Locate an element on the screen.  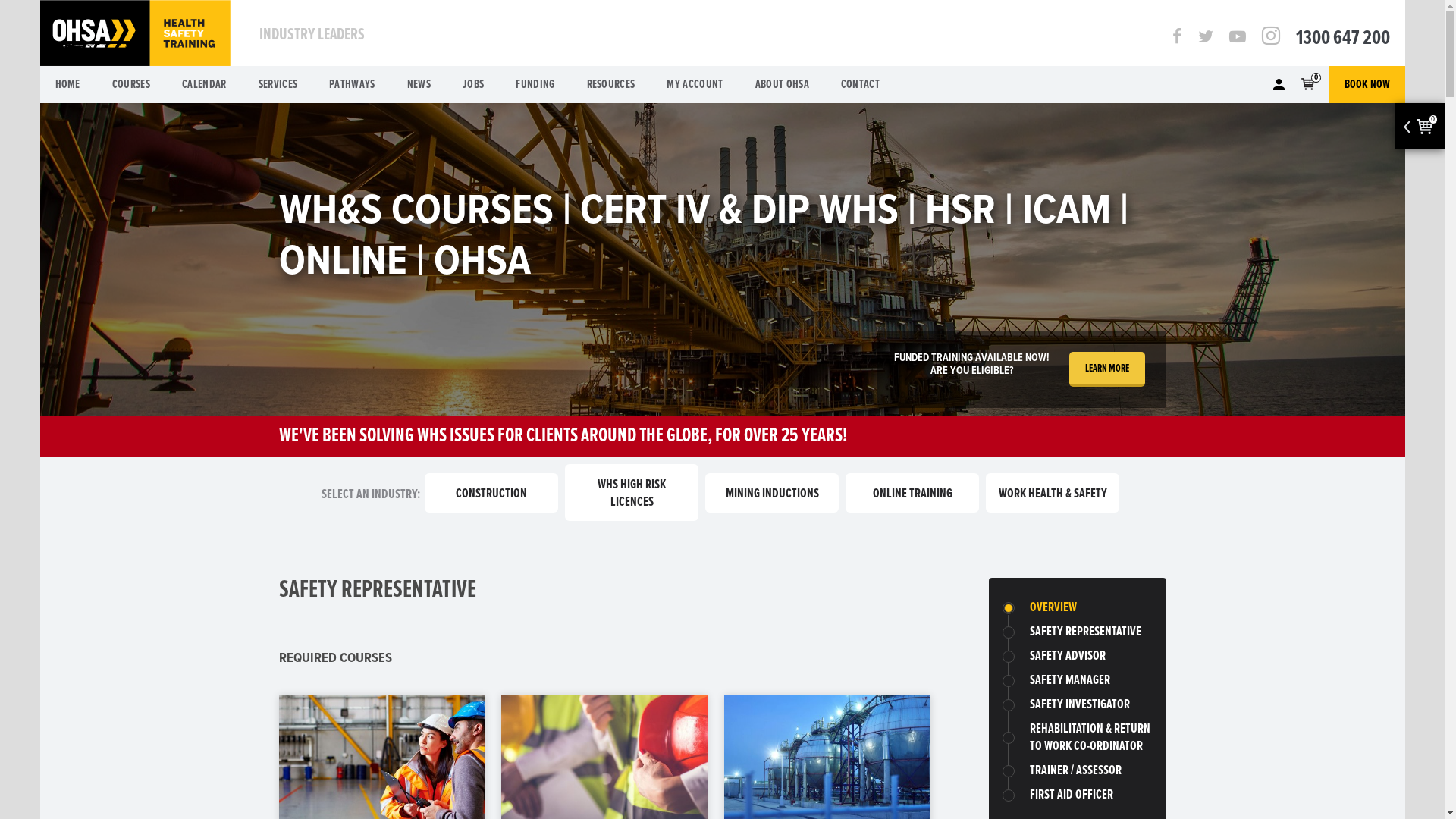
'WORK HEALTH & SAFETY' is located at coordinates (986, 493).